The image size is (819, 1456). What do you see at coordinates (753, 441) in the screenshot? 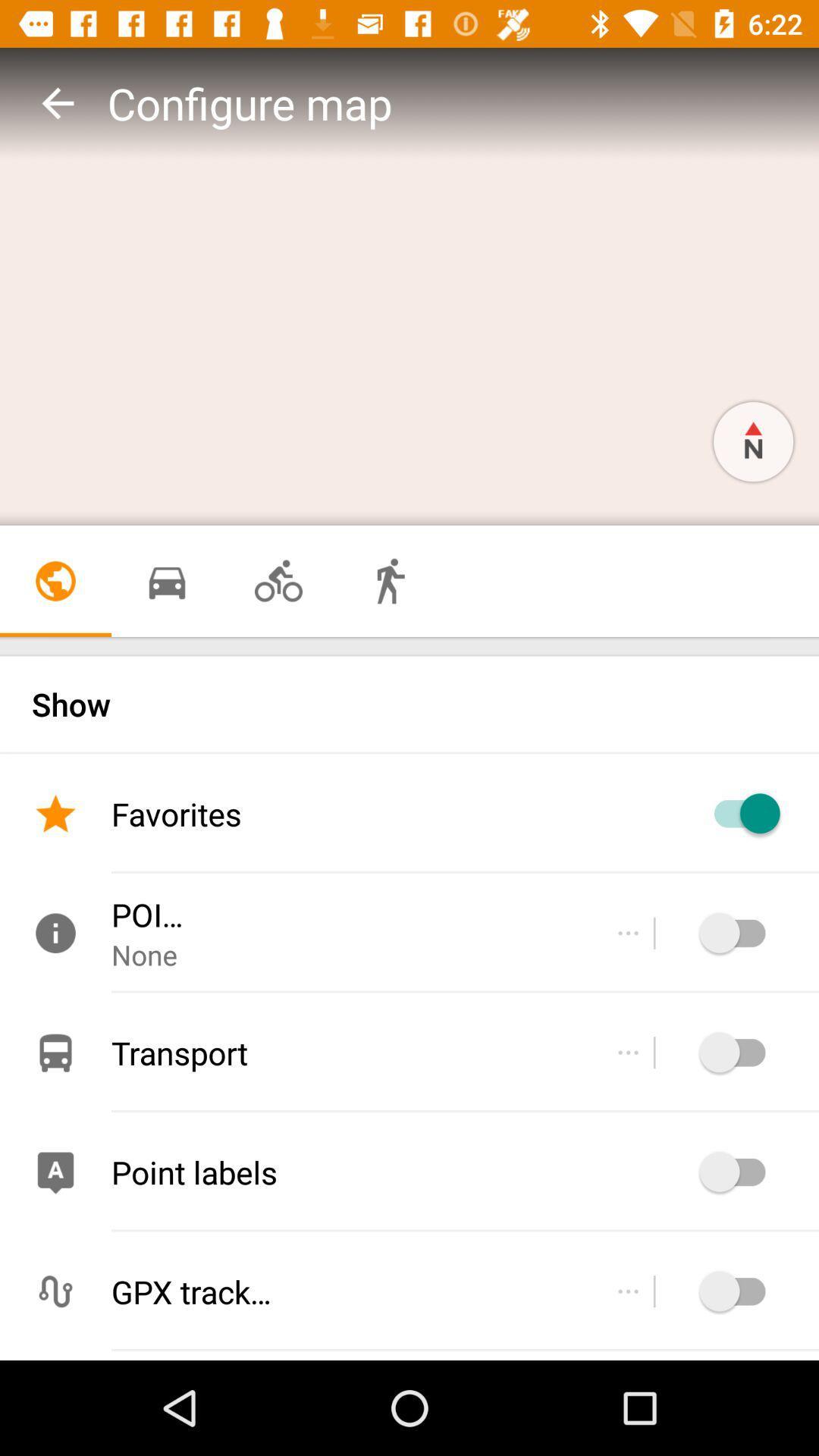
I see `the explore icon` at bounding box center [753, 441].